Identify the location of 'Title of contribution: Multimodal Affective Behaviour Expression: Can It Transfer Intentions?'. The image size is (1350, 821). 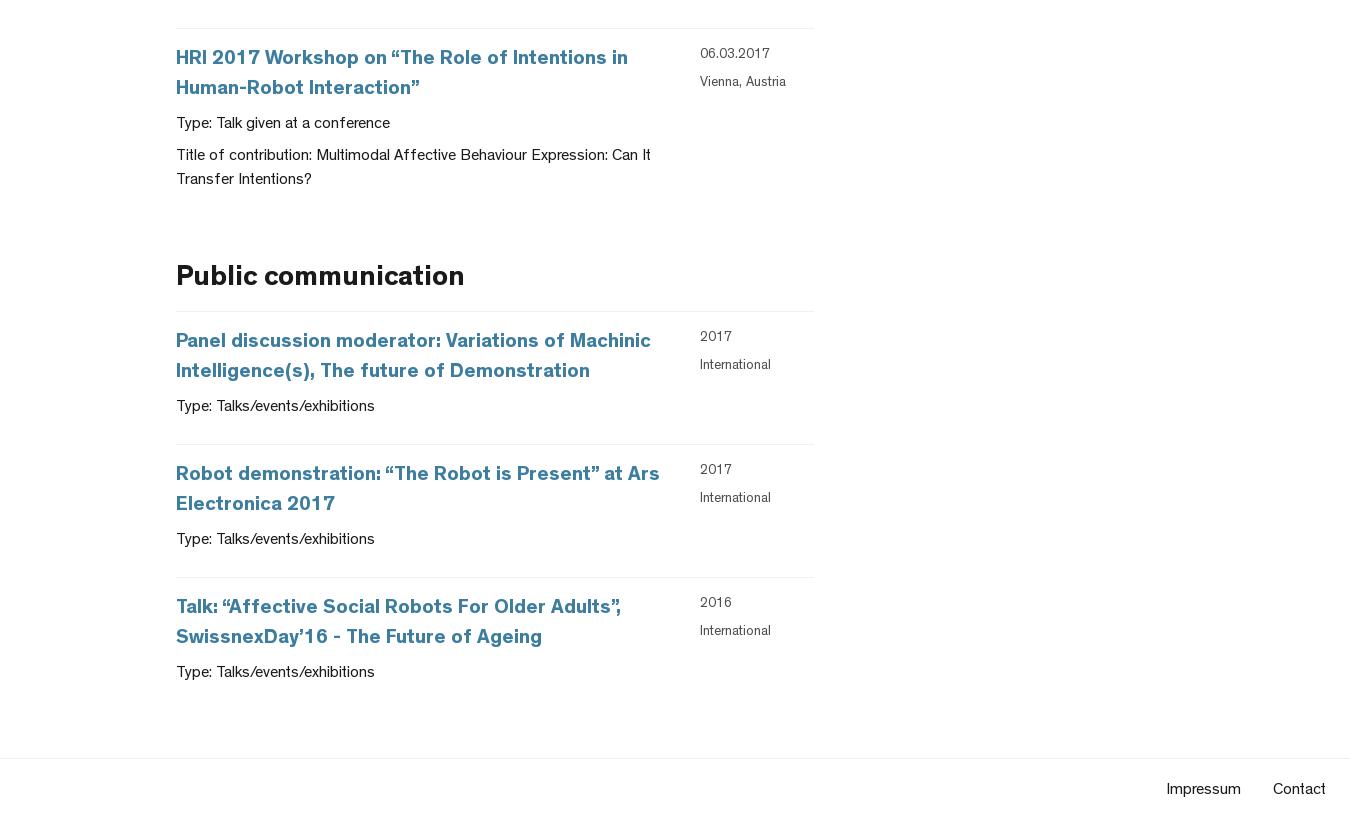
(413, 168).